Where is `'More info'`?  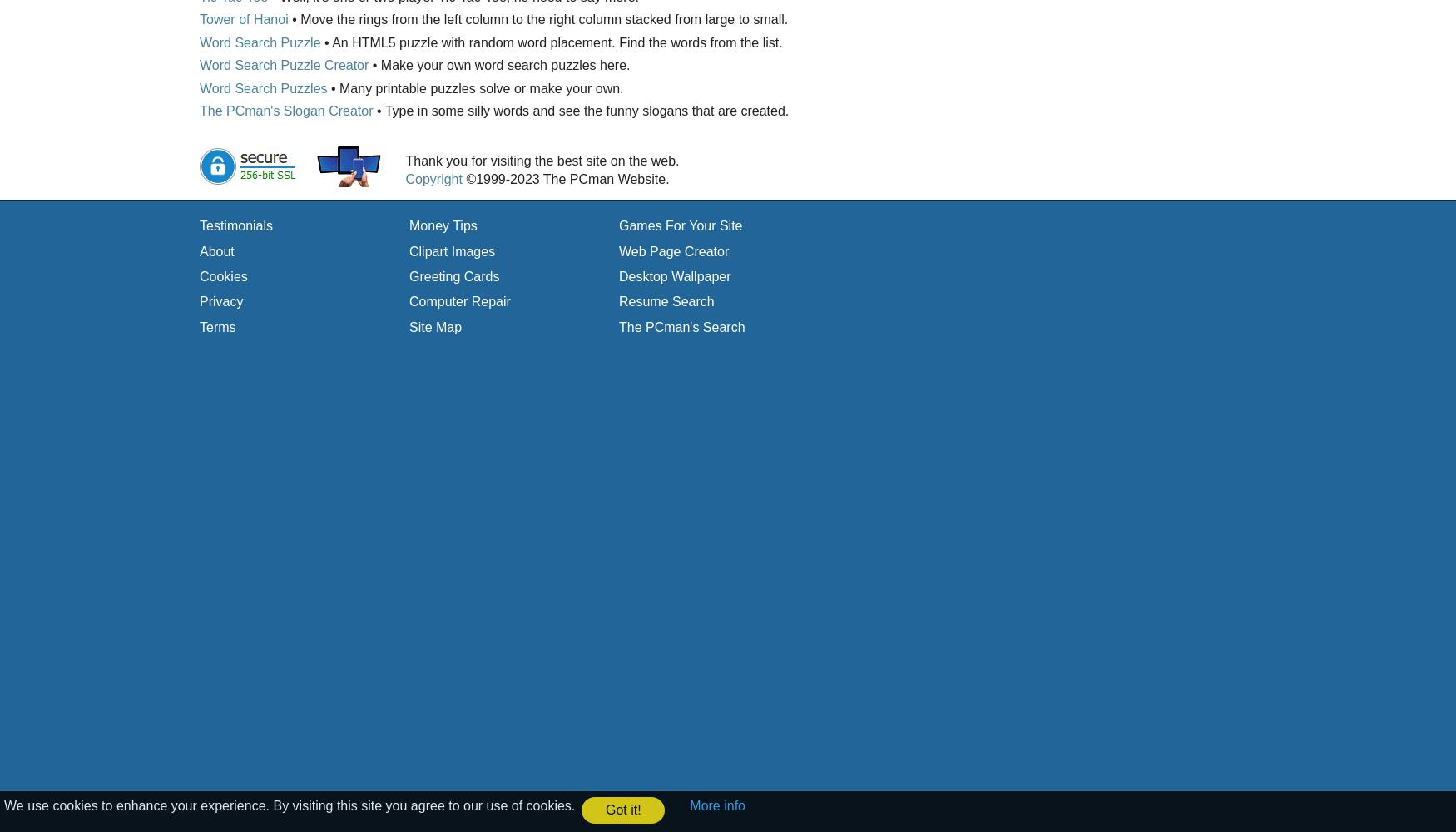
'More info' is located at coordinates (717, 804).